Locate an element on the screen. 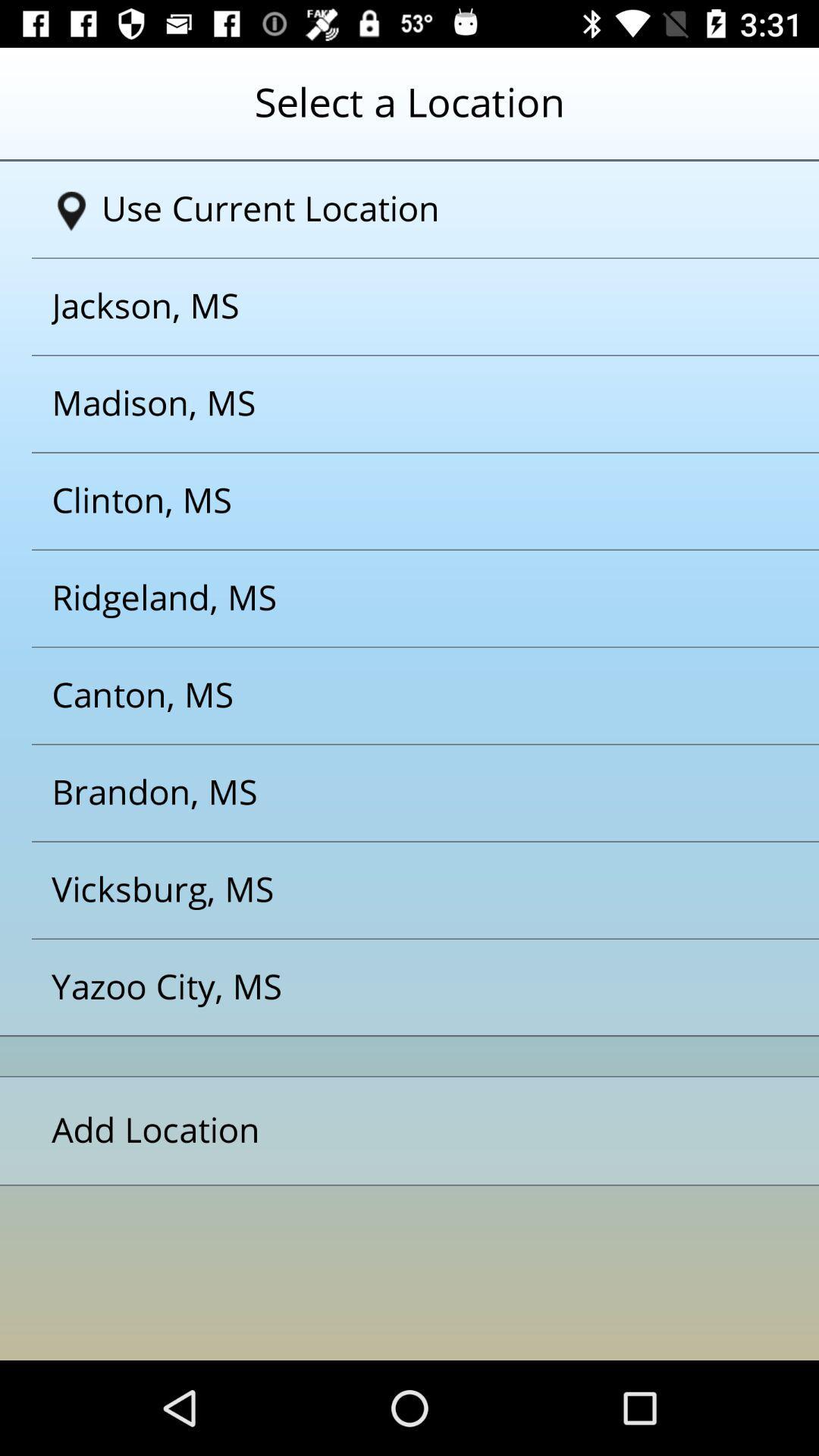 The height and width of the screenshot is (1456, 819). the third option above the add location is located at coordinates (390, 792).